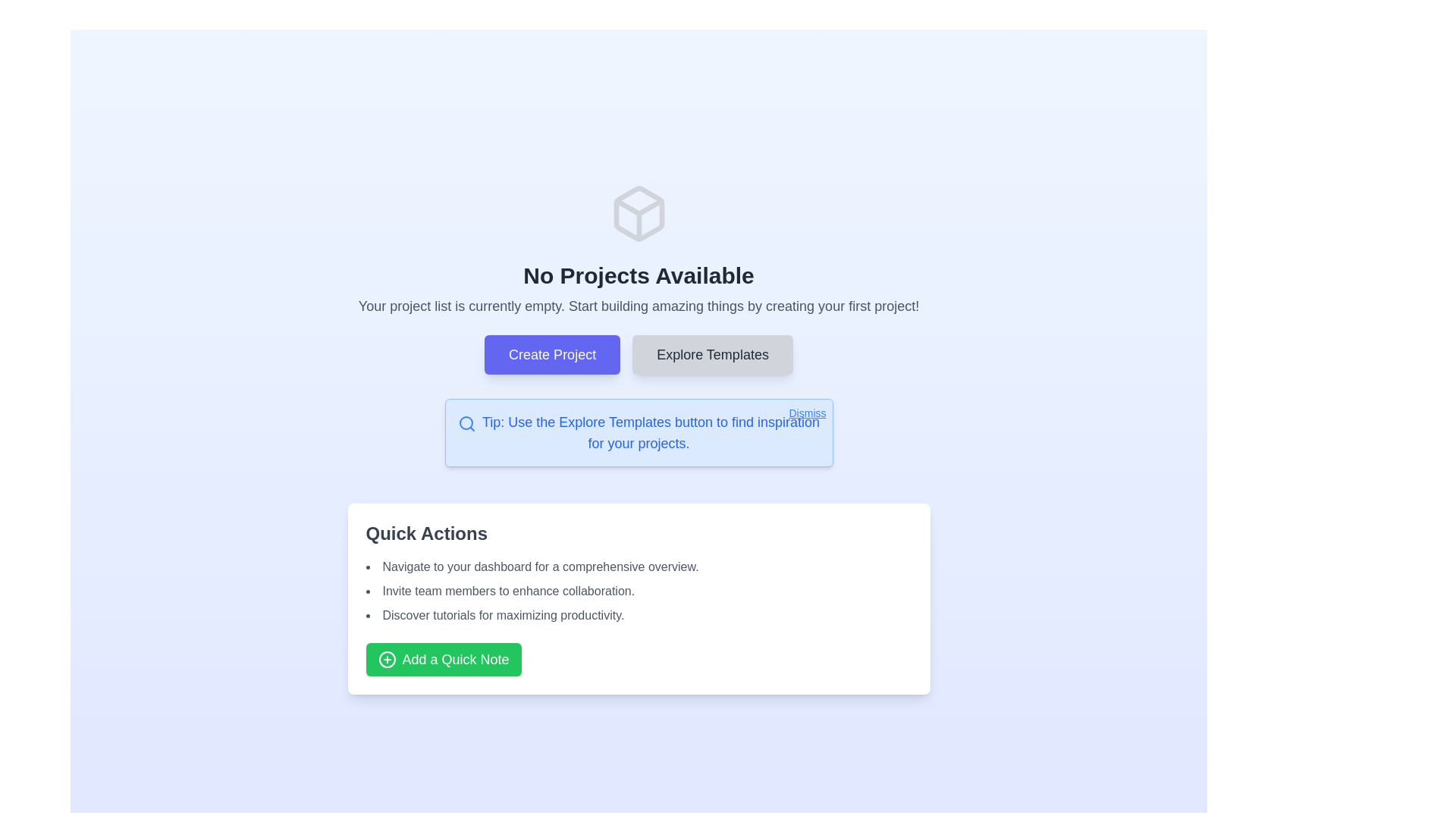 The image size is (1456, 819). What do you see at coordinates (551, 354) in the screenshot?
I see `the rectangular button with a purple background and white text labeled 'Create Project' to initiate project creation` at bounding box center [551, 354].